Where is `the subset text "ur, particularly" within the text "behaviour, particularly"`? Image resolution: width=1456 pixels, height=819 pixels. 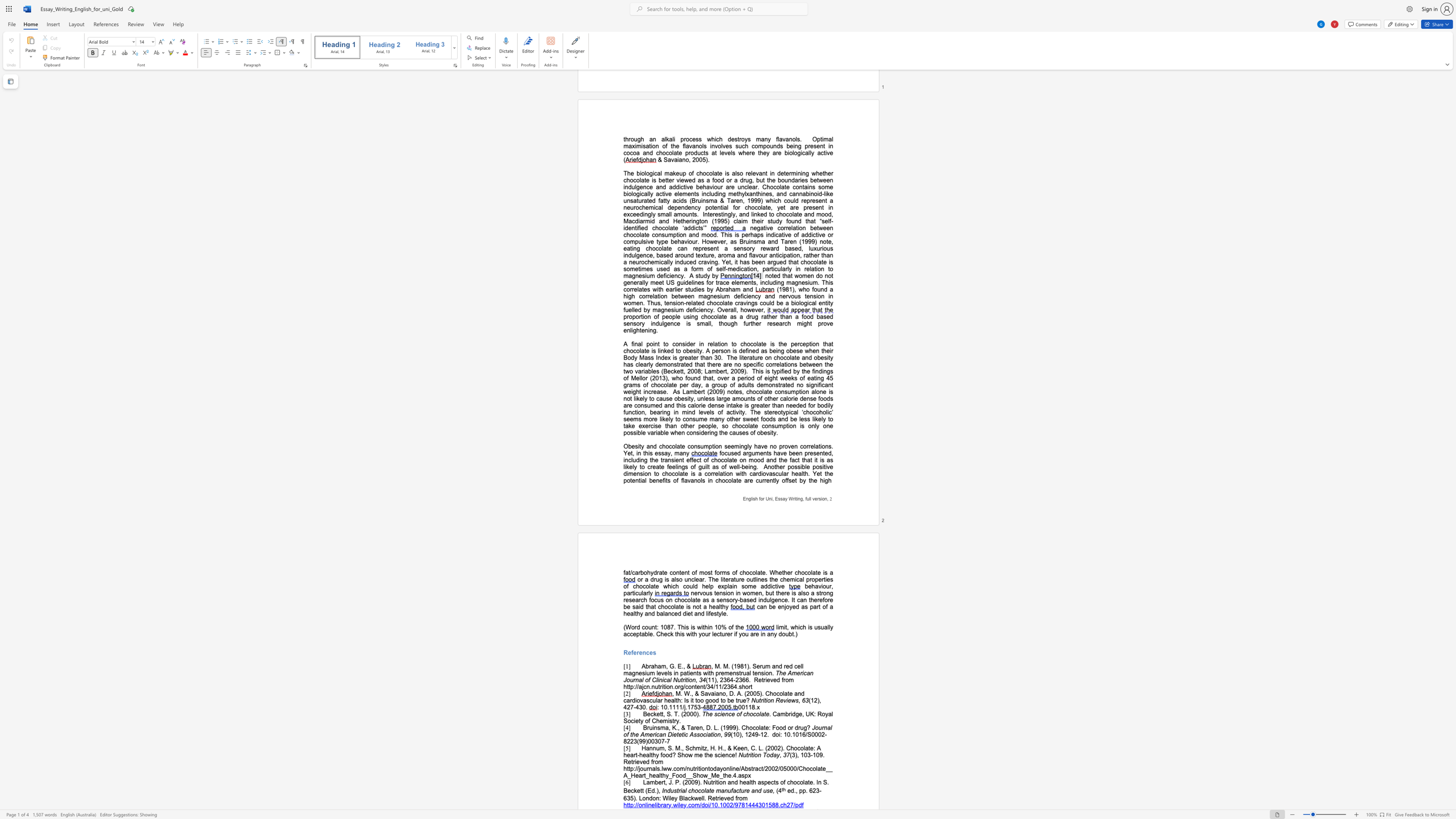
the subset text "ur, particularly" within the text "behaviour, particularly" is located at coordinates (825, 586).